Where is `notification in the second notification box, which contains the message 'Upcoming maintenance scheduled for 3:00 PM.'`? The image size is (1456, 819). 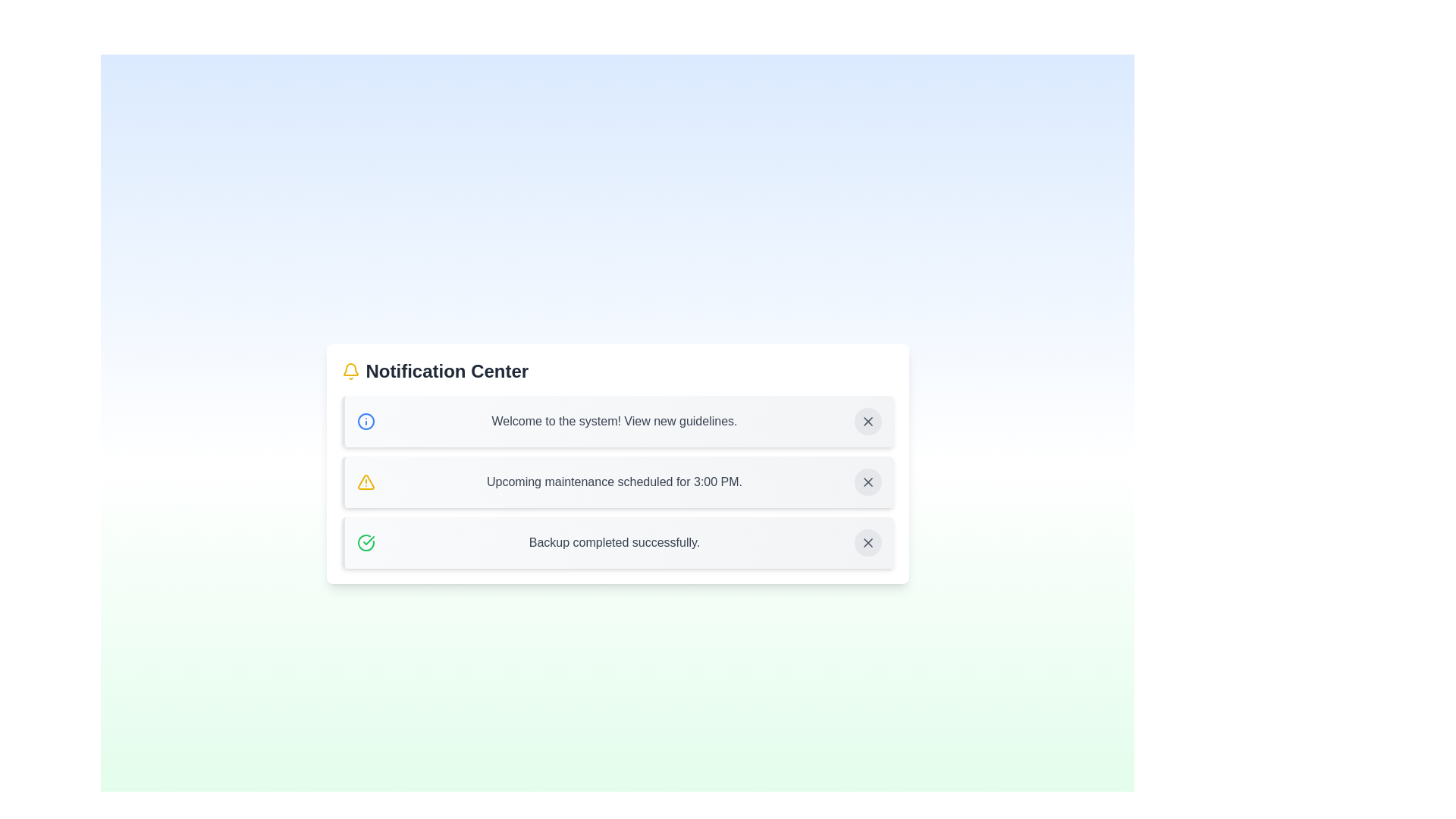 notification in the second notification box, which contains the message 'Upcoming maintenance scheduled for 3:00 PM.' is located at coordinates (617, 482).